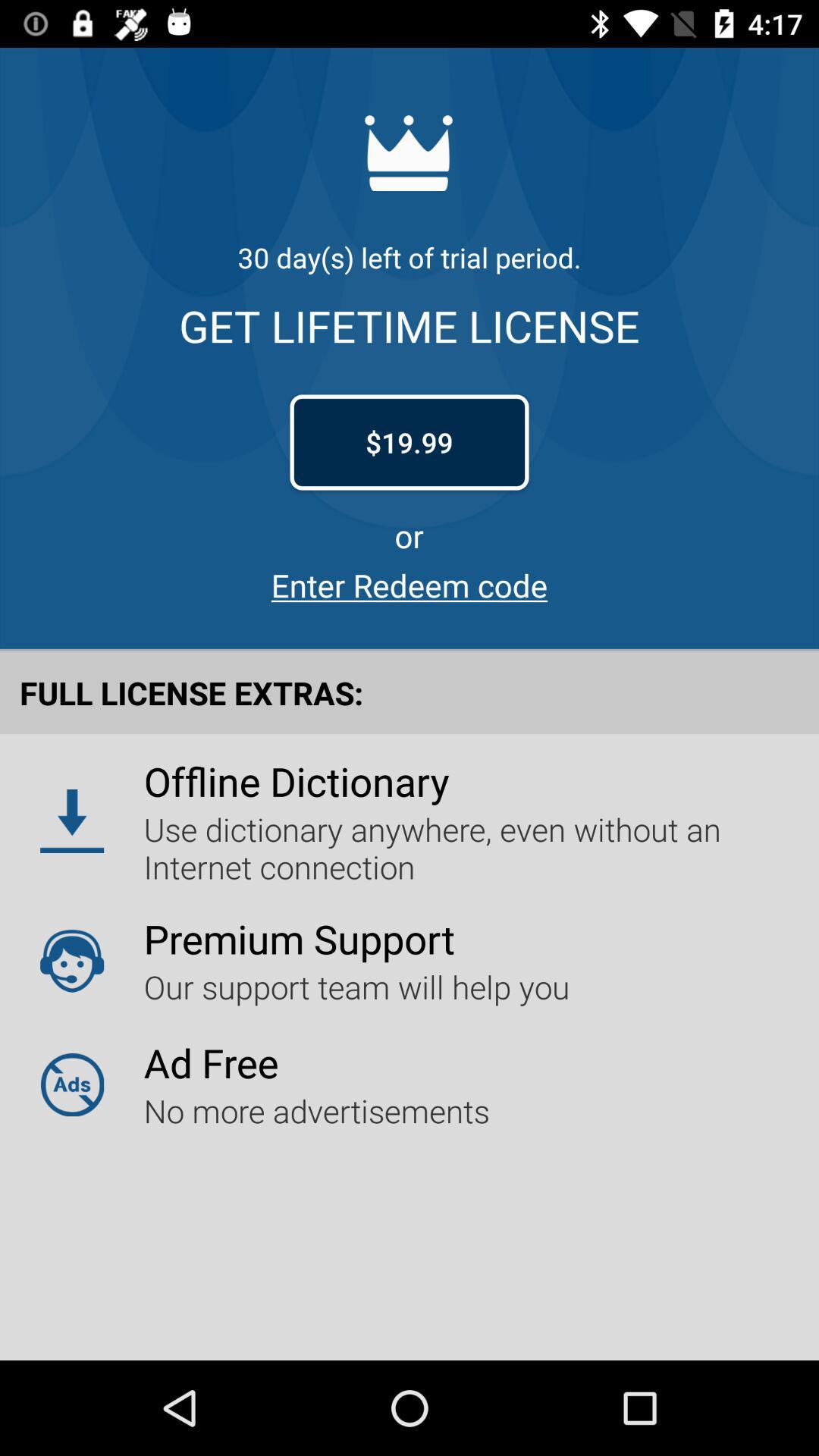 This screenshot has height=1456, width=819. Describe the element at coordinates (409, 441) in the screenshot. I see `$19.99` at that location.